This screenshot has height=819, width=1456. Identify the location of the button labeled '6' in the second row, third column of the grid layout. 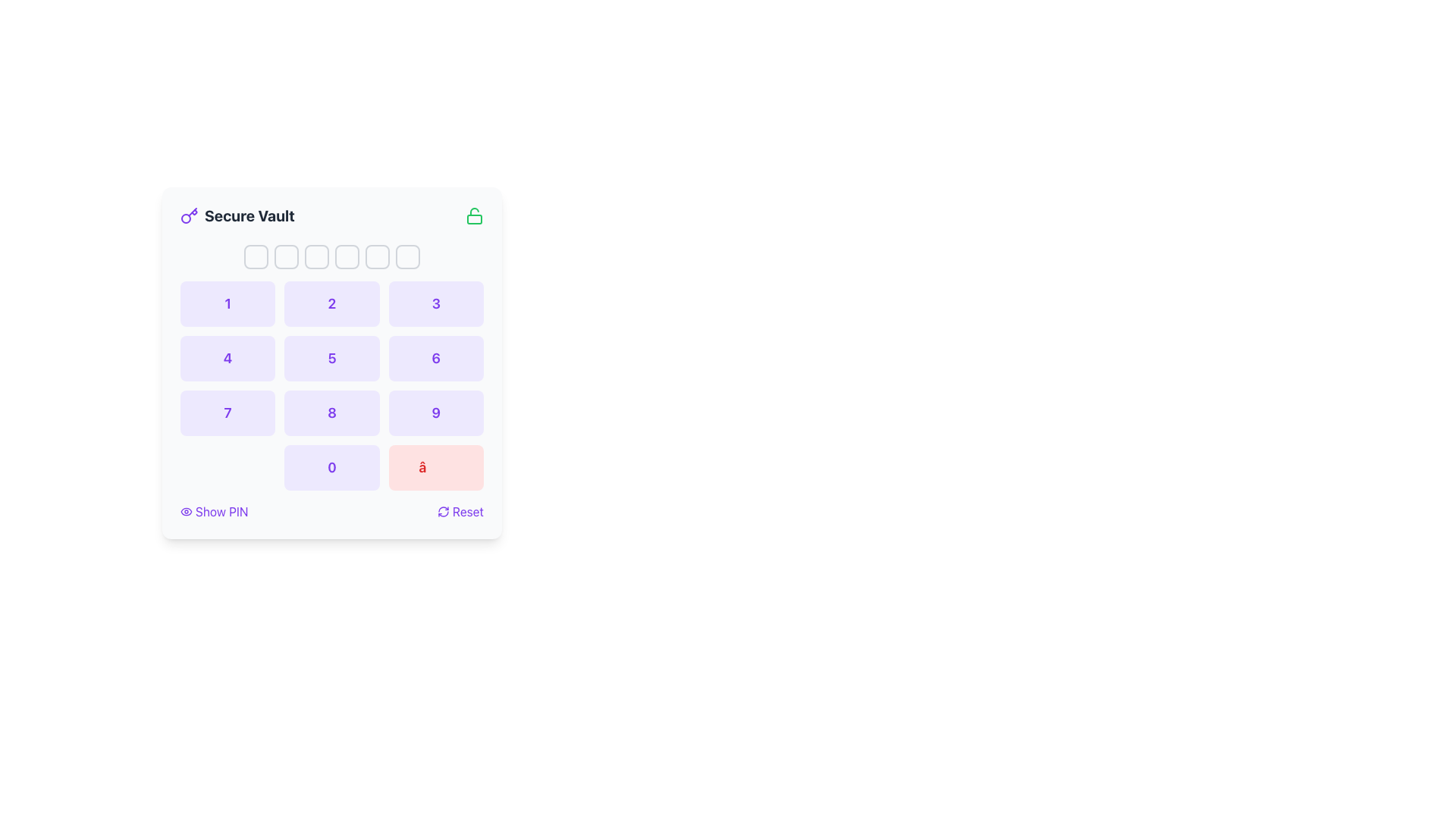
(435, 359).